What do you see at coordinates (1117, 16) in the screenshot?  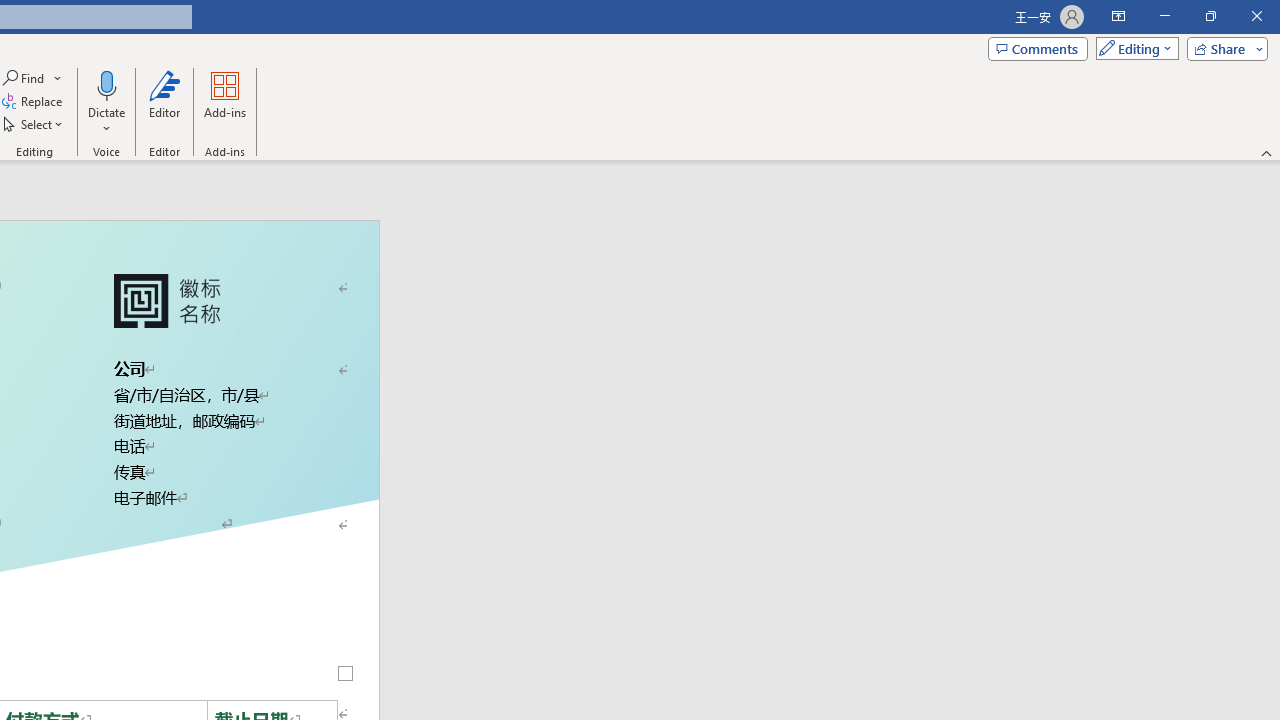 I see `'Ribbon Display Options'` at bounding box center [1117, 16].